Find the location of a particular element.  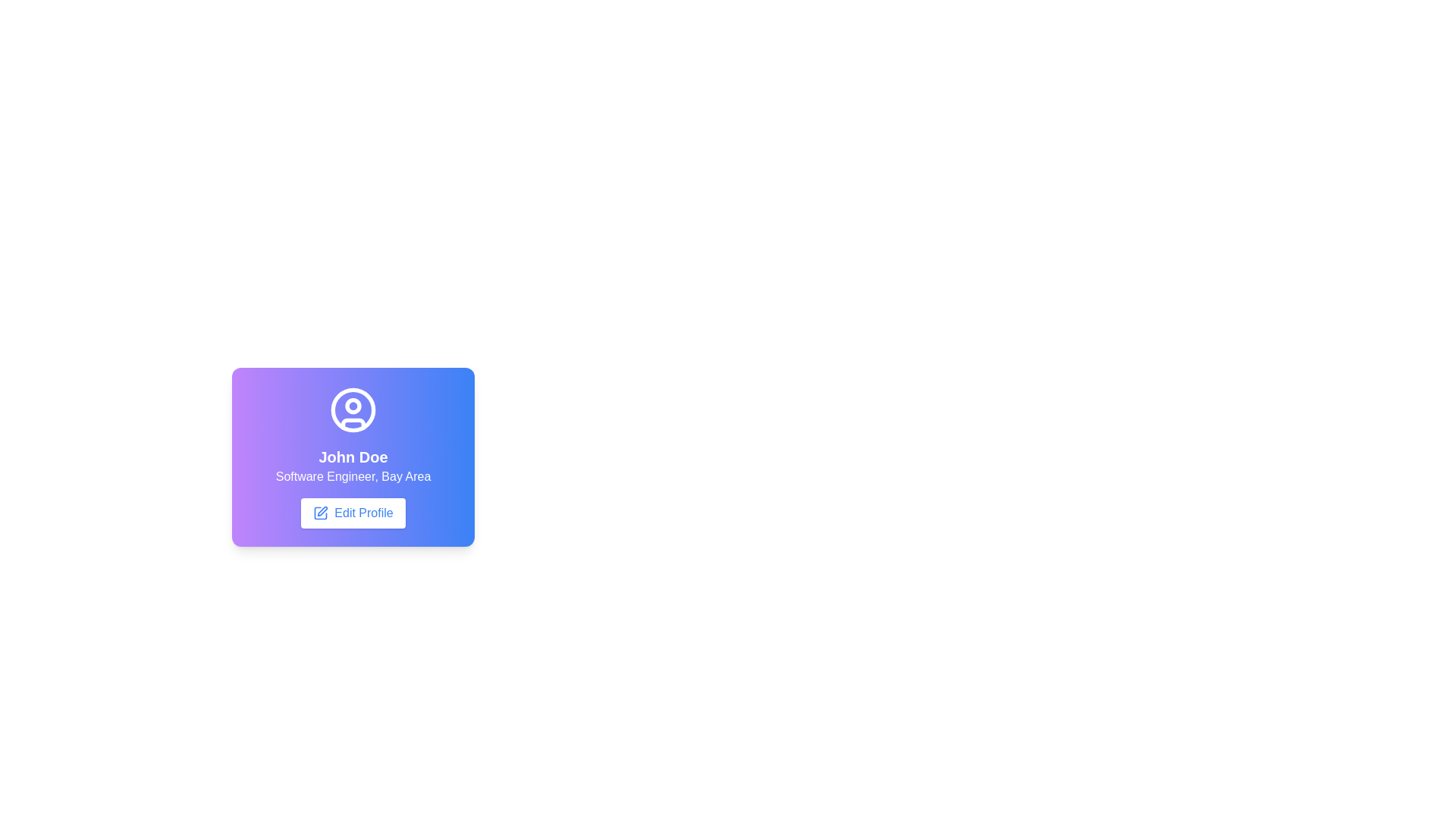

the circular graphic element within the user profile icon, which is located slightly below the center of the larger circle and represents a facial feature is located at coordinates (352, 405).